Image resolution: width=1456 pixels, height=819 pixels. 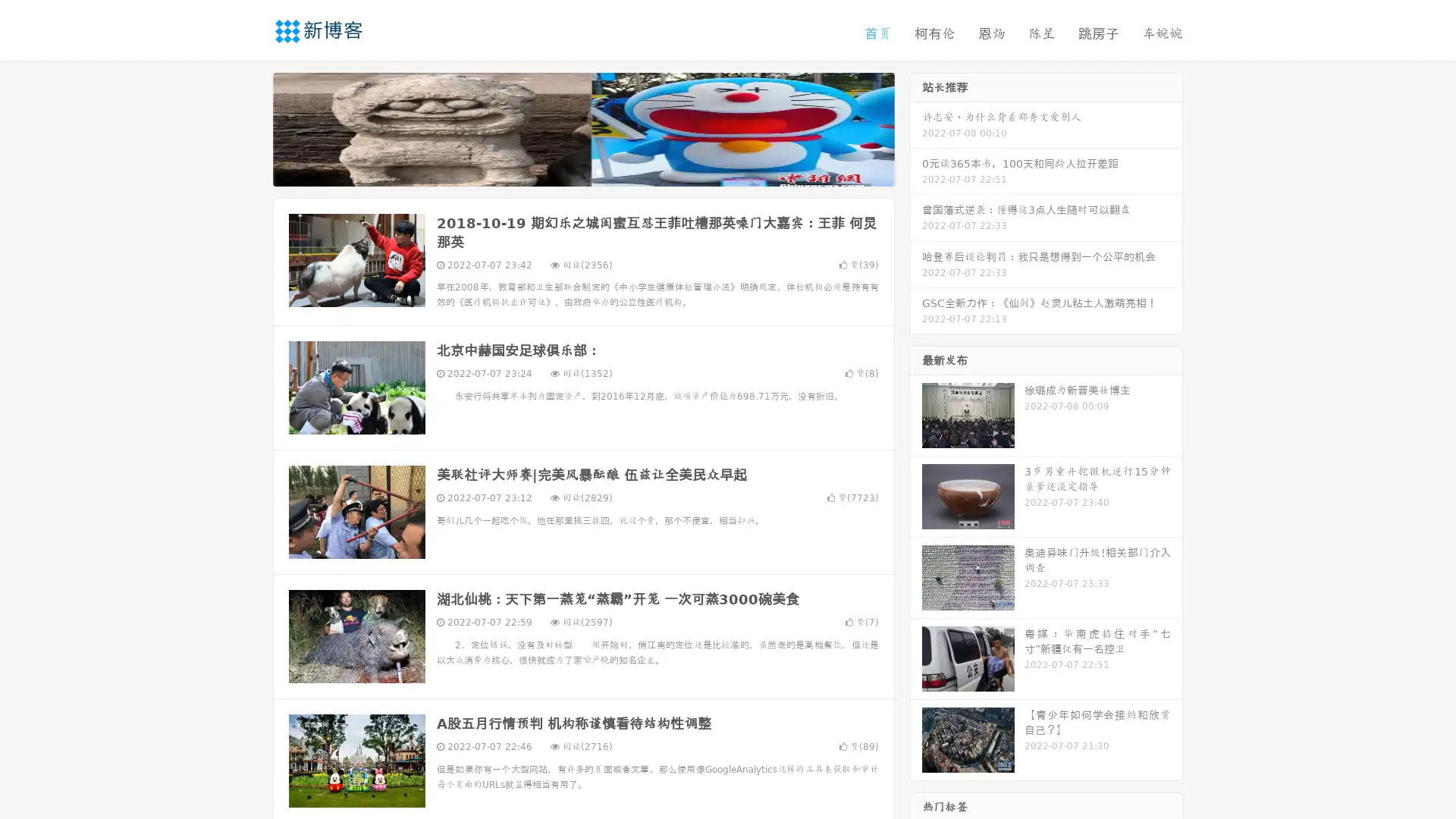 What do you see at coordinates (250, 127) in the screenshot?
I see `Previous slide` at bounding box center [250, 127].